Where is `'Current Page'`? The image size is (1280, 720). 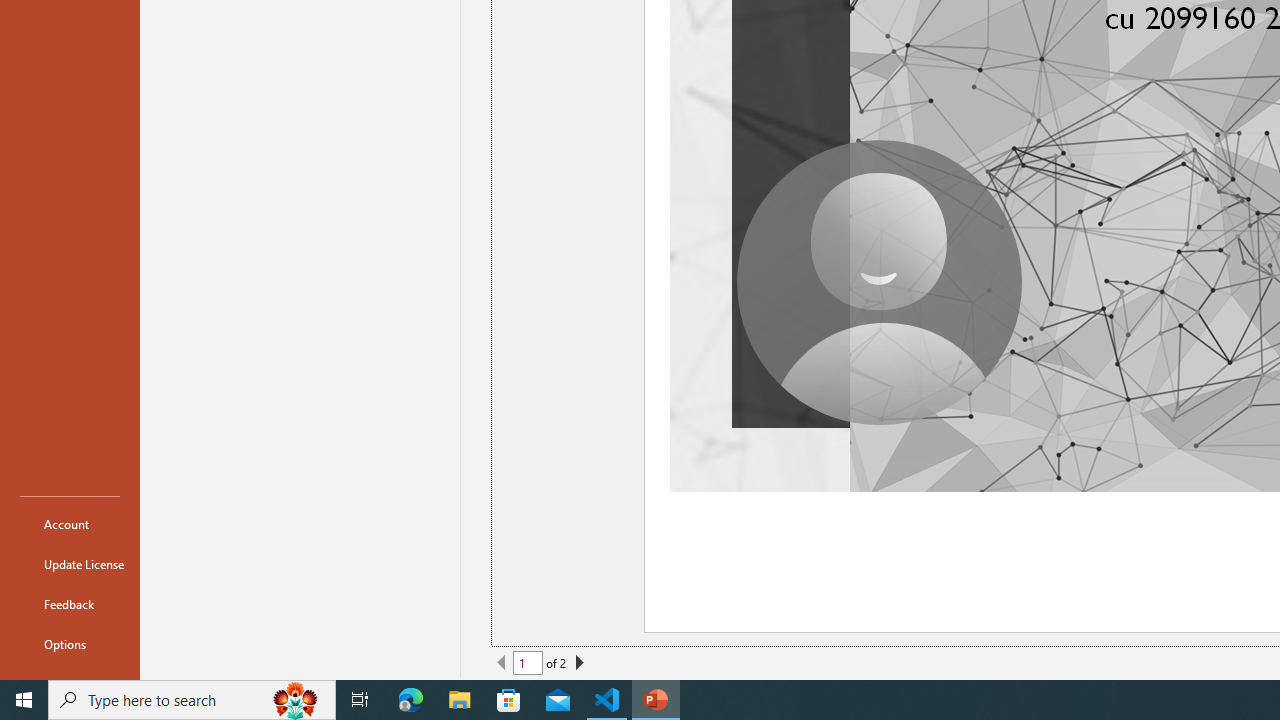
'Current Page' is located at coordinates (528, 663).